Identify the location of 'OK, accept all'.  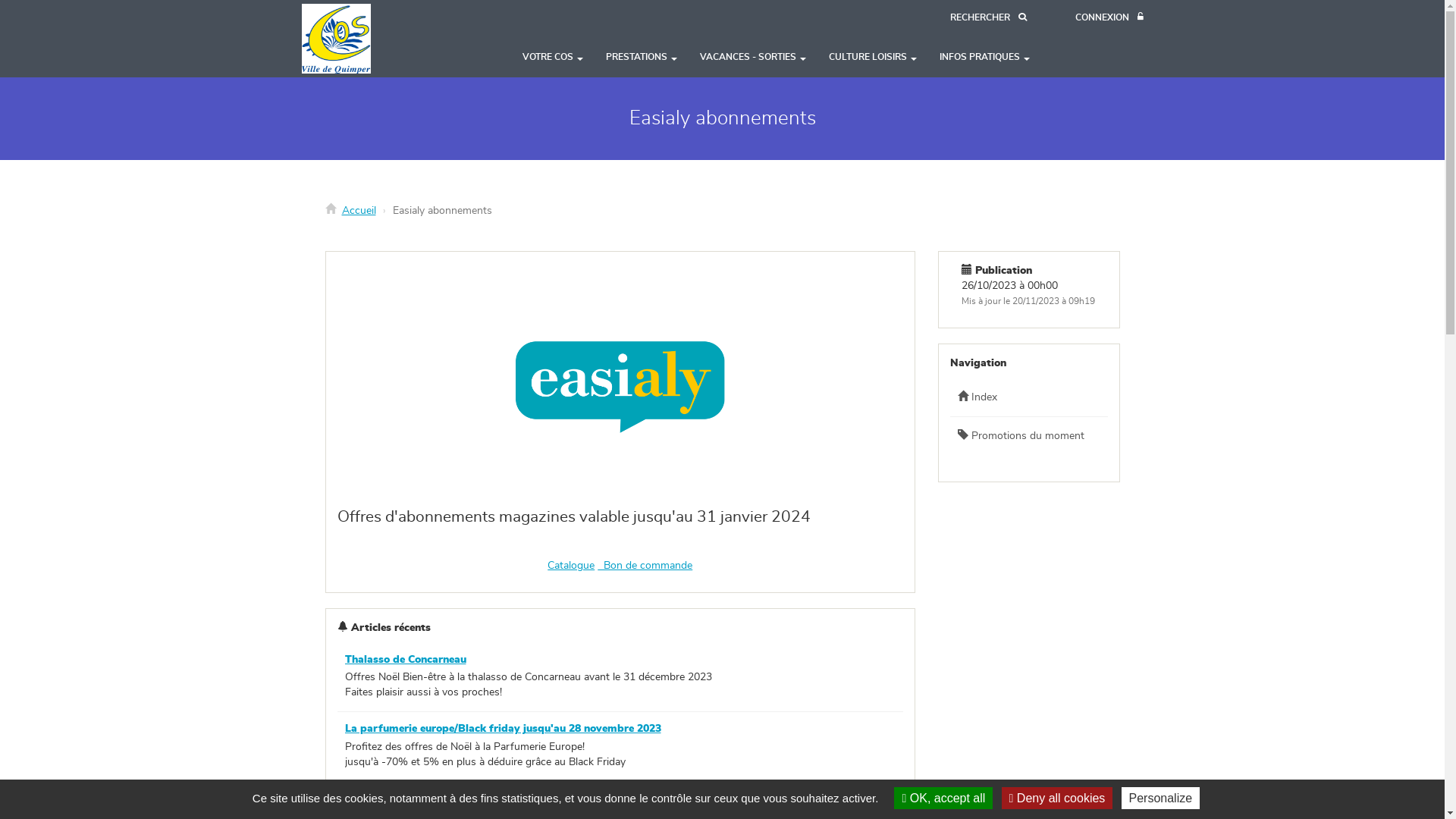
(942, 797).